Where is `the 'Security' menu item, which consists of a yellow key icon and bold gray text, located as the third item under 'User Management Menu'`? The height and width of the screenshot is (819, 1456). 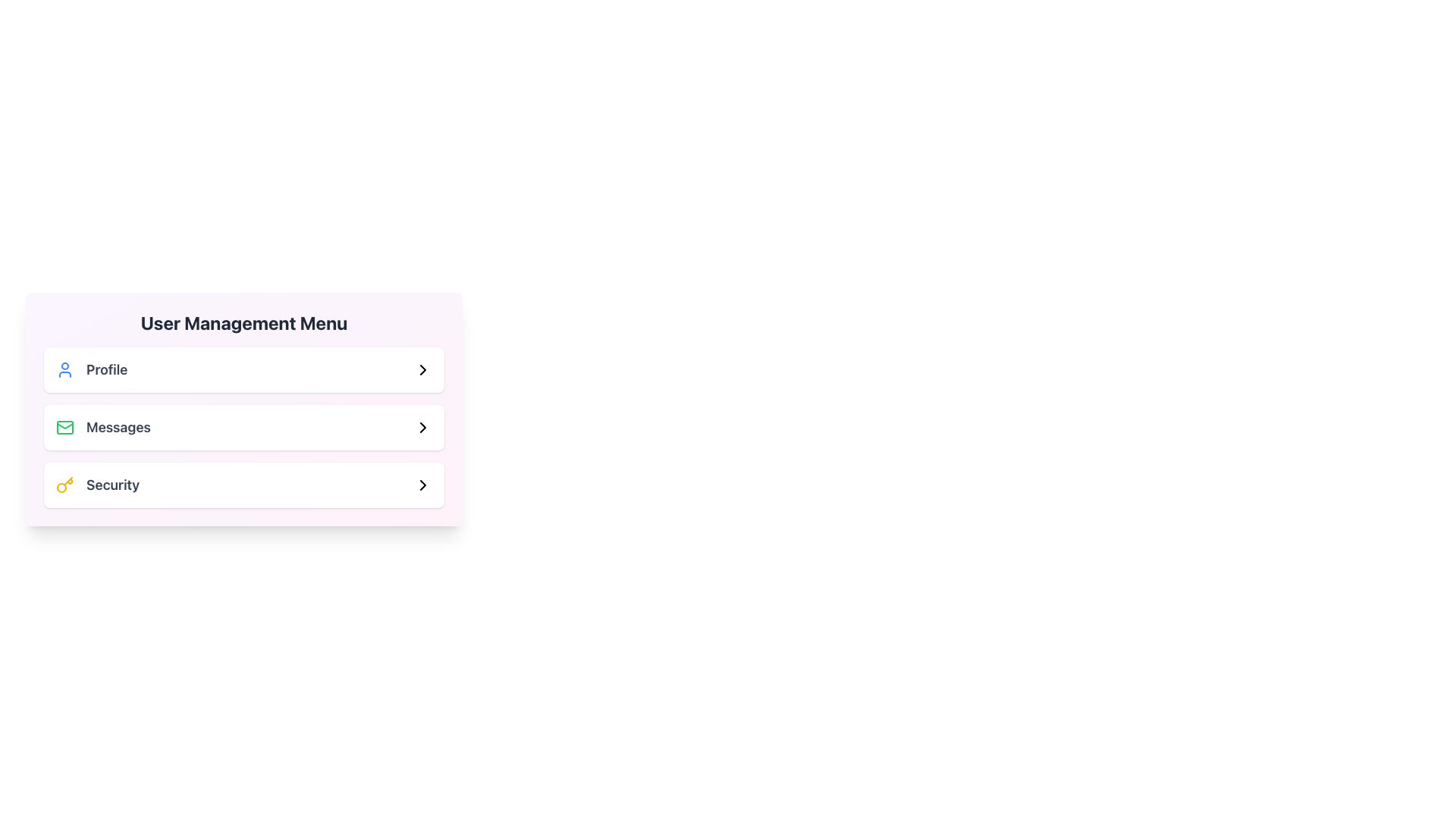 the 'Security' menu item, which consists of a yellow key icon and bold gray text, located as the third item under 'User Management Menu' is located at coordinates (97, 485).